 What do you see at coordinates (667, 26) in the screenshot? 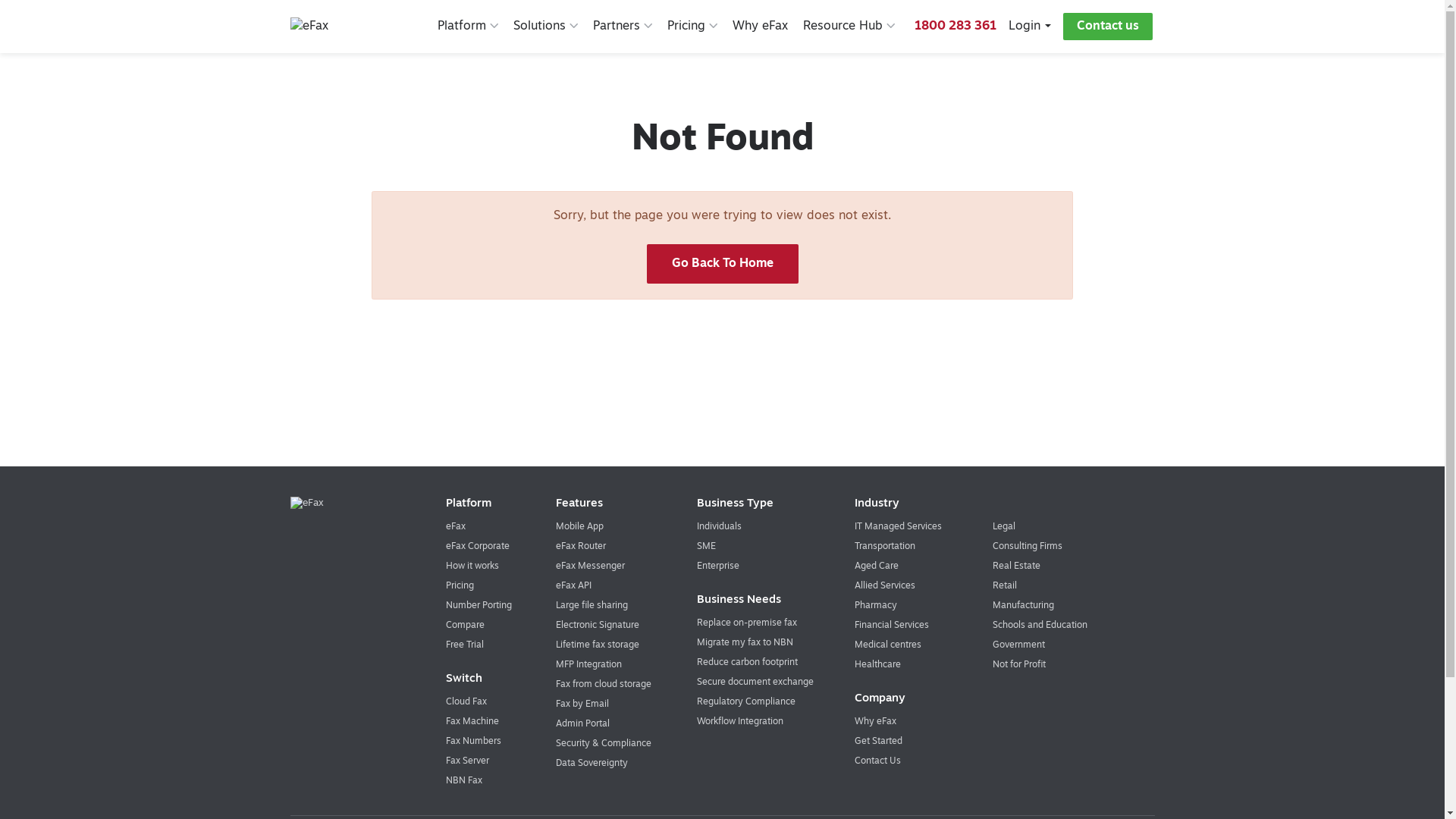
I see `'Pricing'` at bounding box center [667, 26].